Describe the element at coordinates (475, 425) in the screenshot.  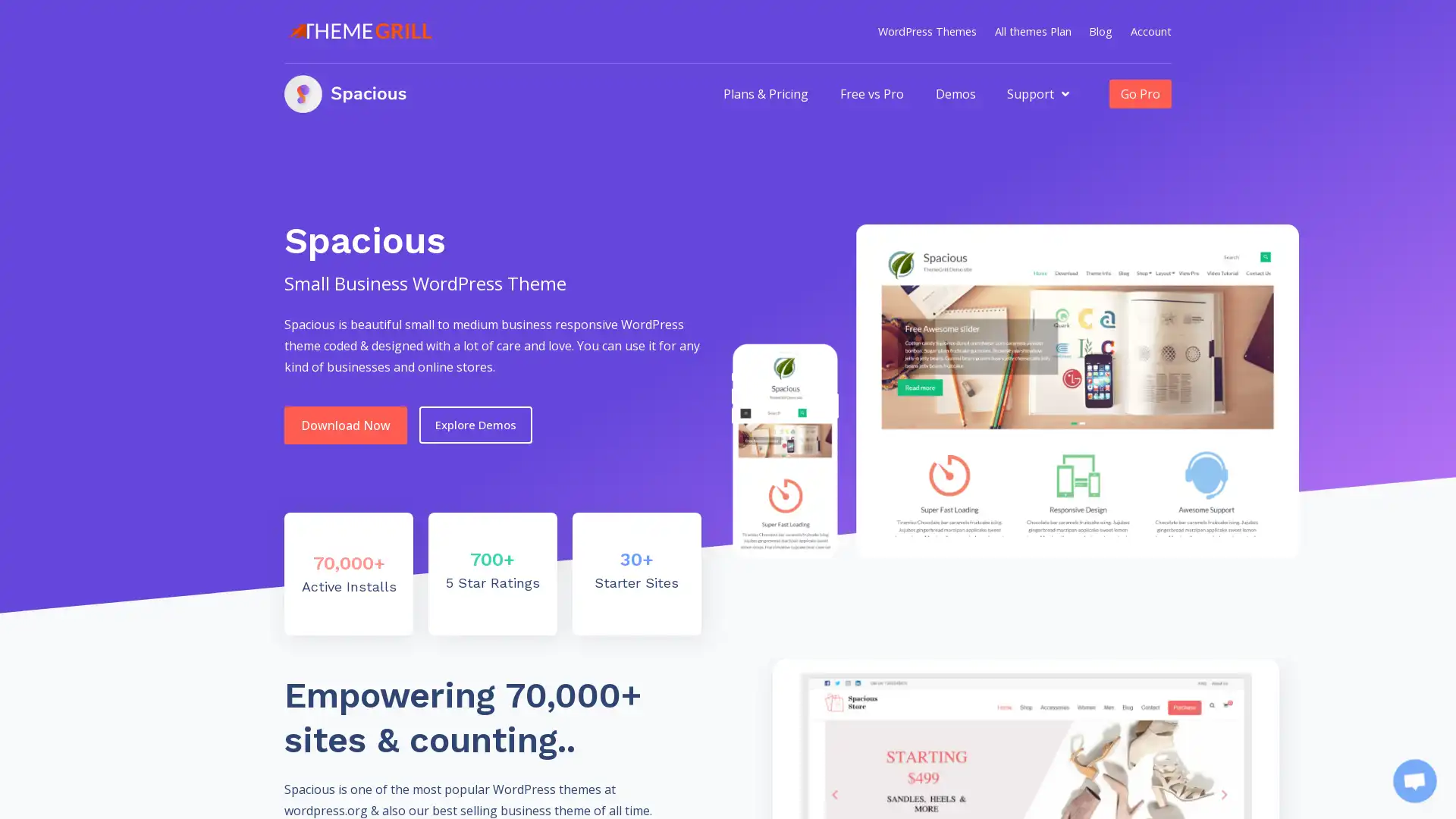
I see `Explore Demos` at that location.